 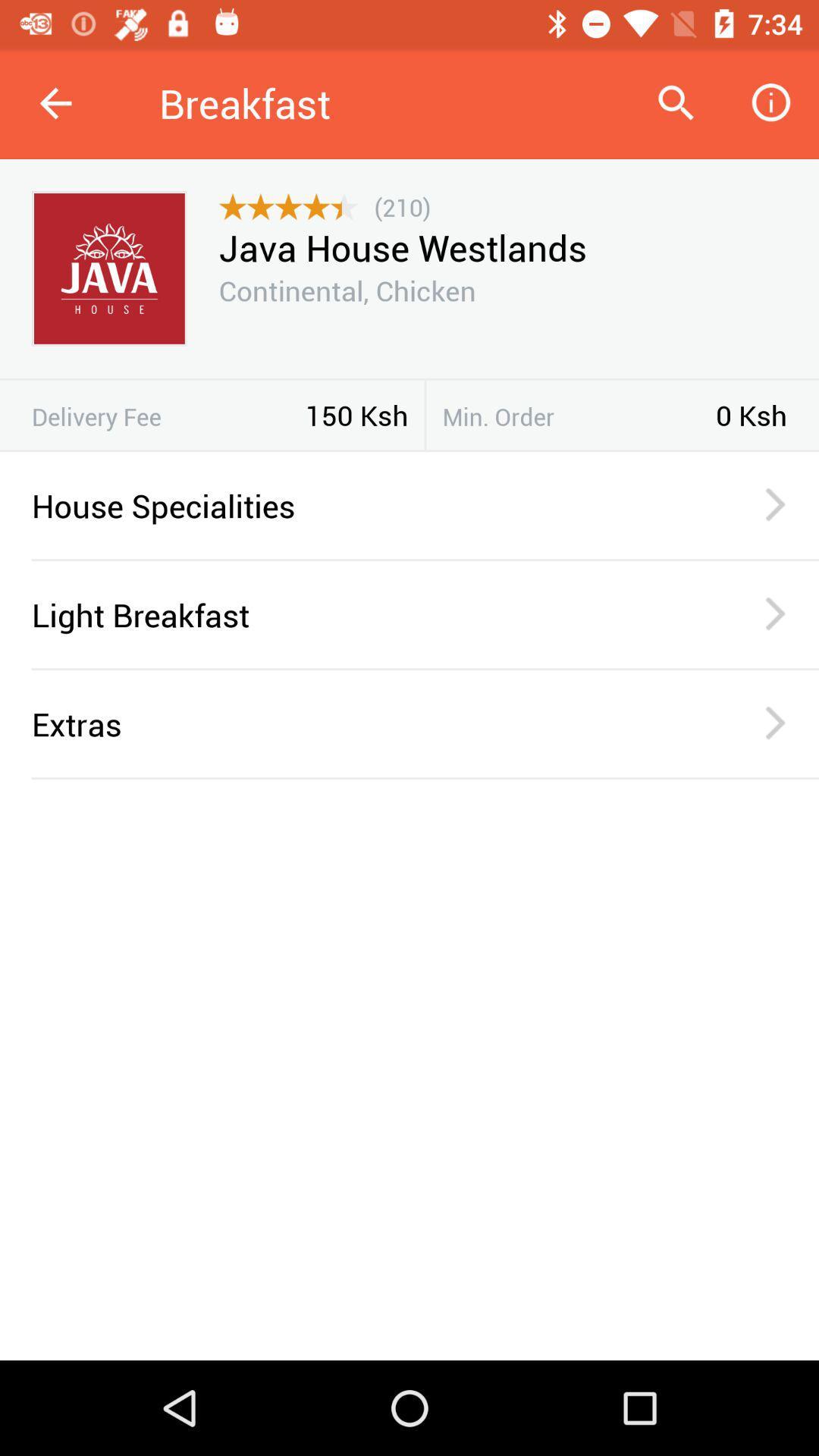 I want to click on the delivery fee, so click(x=168, y=416).